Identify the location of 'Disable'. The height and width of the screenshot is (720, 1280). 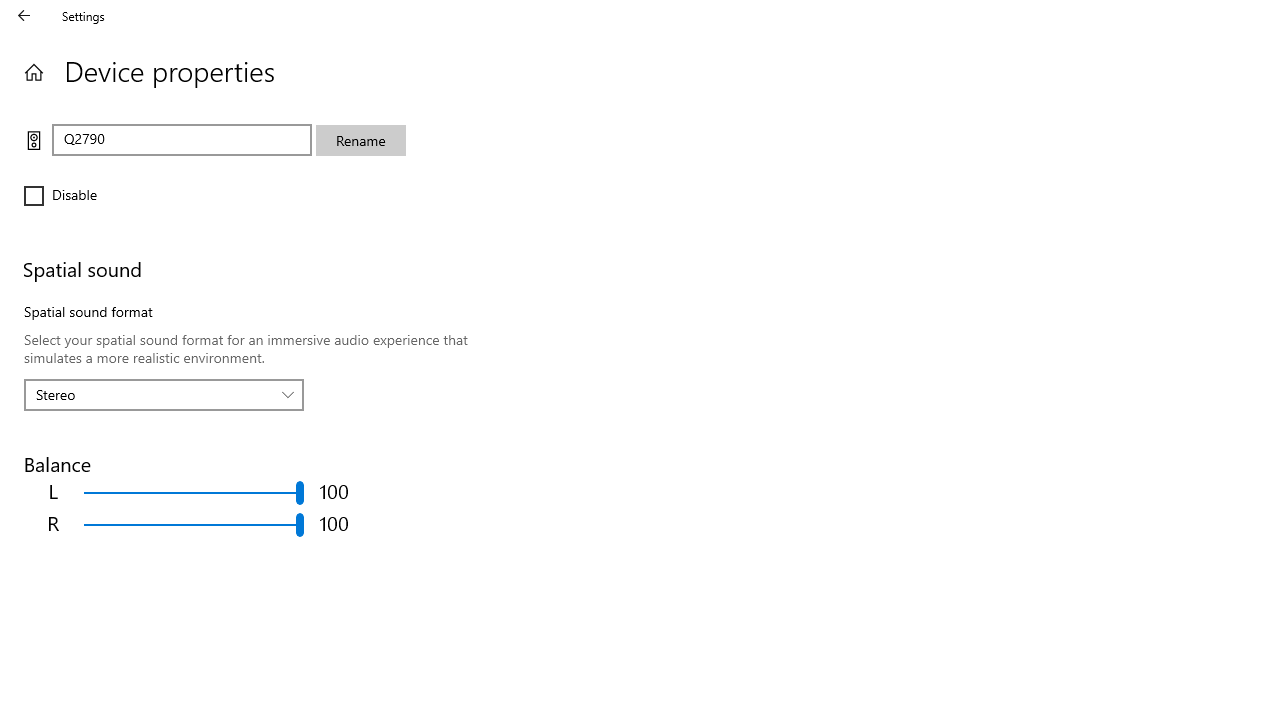
(82, 195).